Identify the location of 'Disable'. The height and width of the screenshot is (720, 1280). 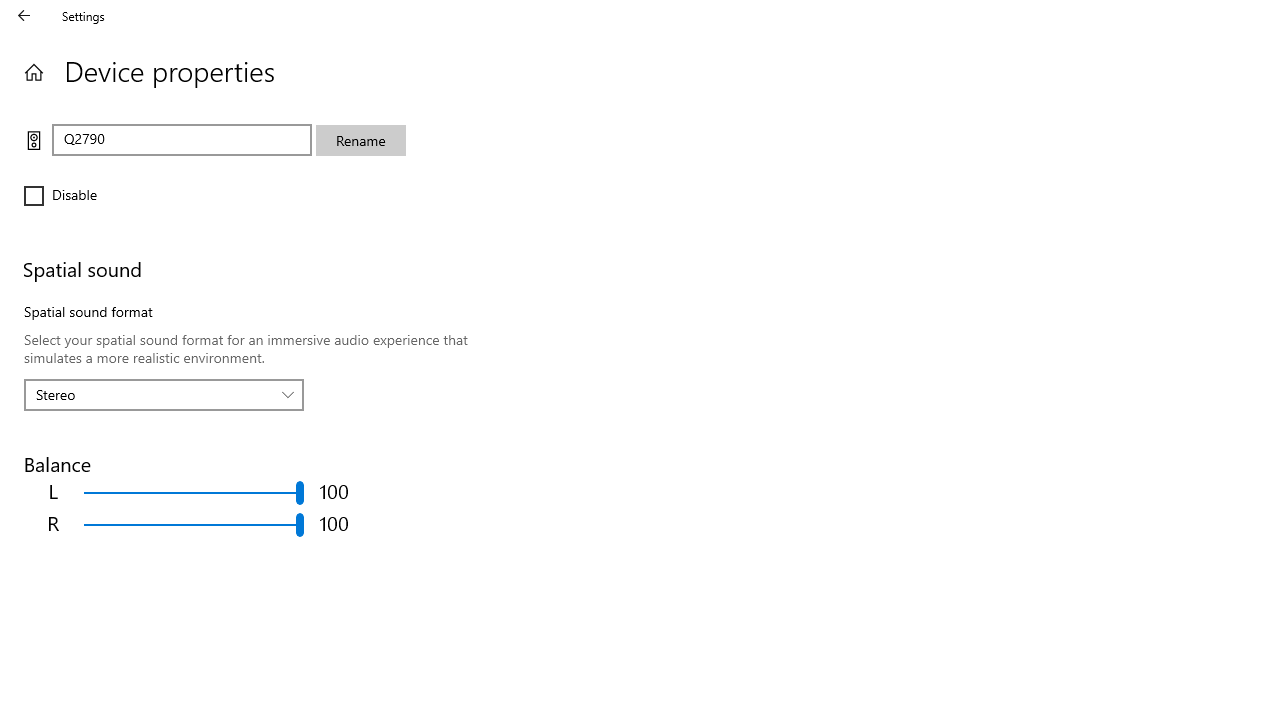
(82, 195).